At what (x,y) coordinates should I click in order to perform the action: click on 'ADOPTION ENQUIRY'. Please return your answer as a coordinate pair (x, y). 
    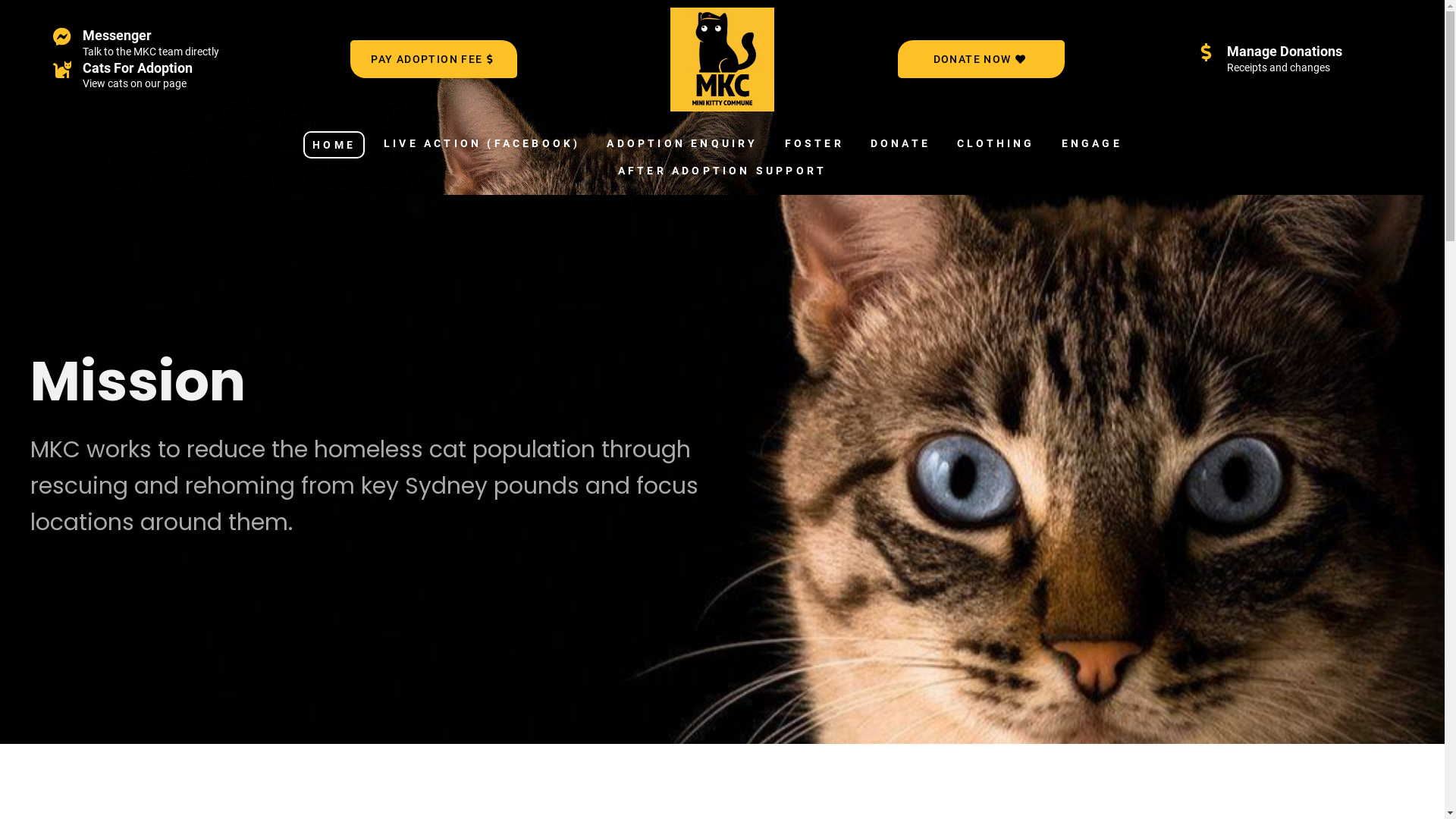
    Looking at the image, I should click on (681, 143).